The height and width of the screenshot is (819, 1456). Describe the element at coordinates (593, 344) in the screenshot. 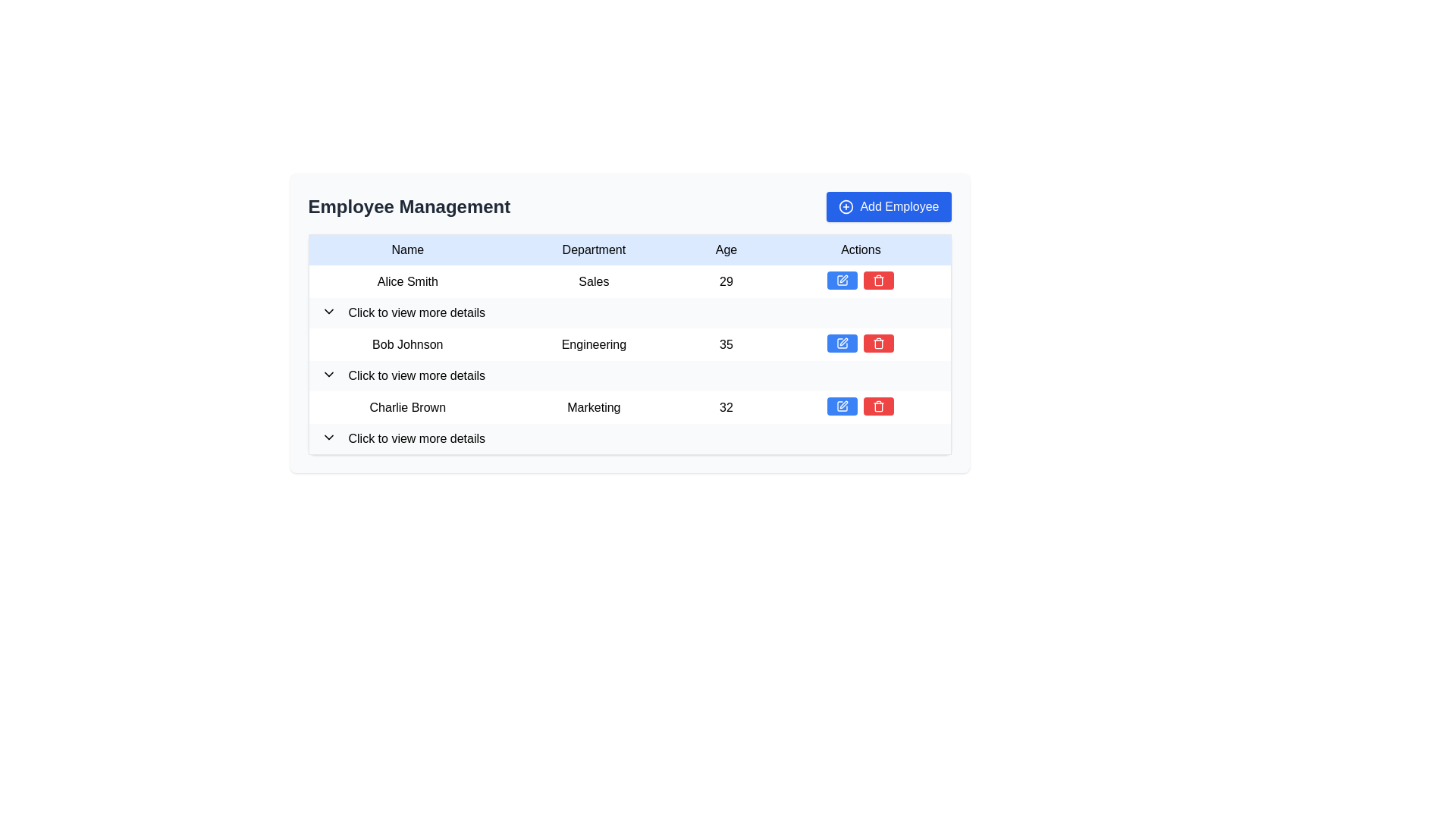

I see `the text element representing the department affiliation of an employee in the second row of the table under the 'Department' column` at that location.